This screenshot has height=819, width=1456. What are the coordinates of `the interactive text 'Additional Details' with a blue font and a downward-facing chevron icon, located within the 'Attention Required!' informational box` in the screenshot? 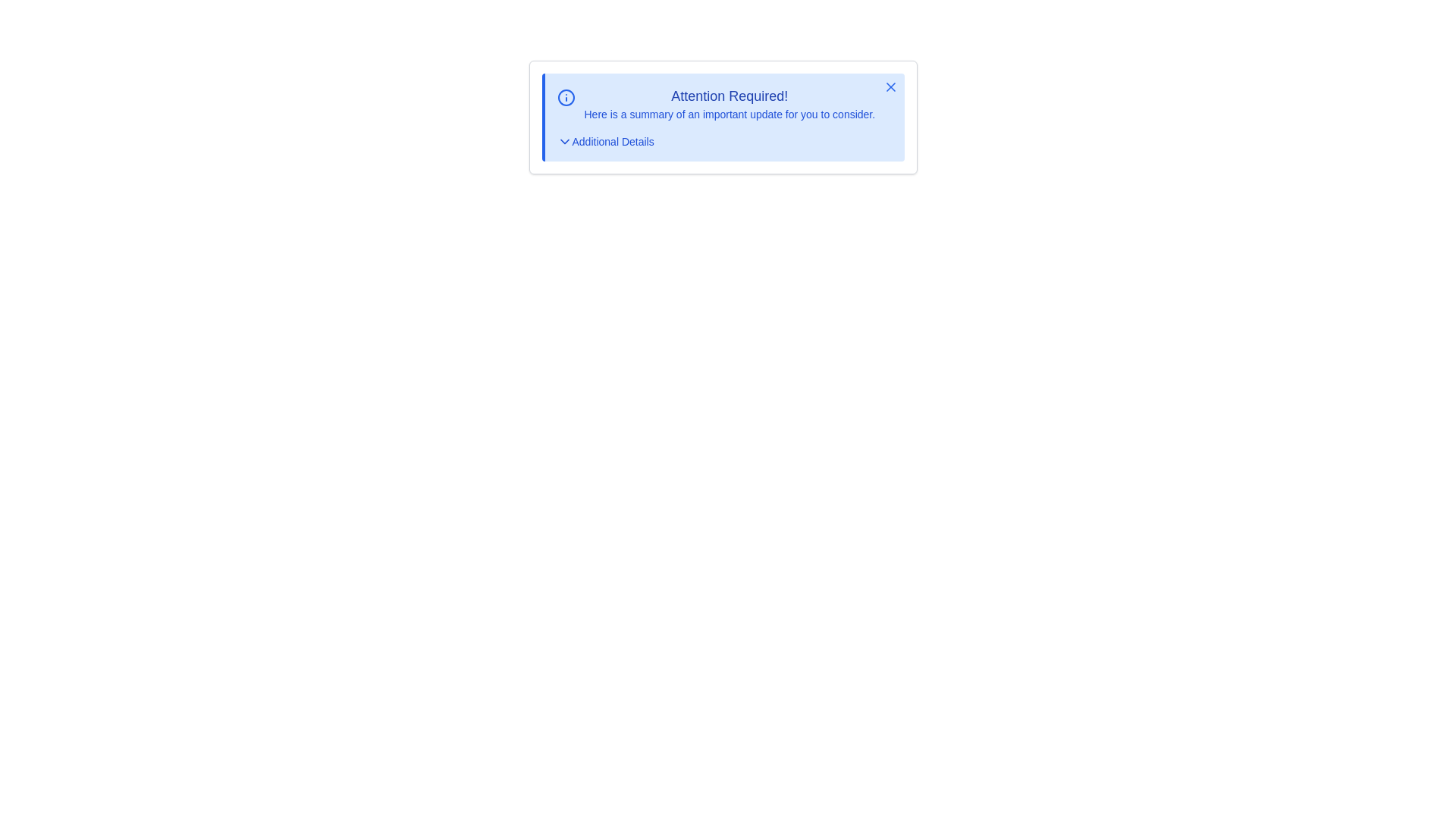 It's located at (604, 141).